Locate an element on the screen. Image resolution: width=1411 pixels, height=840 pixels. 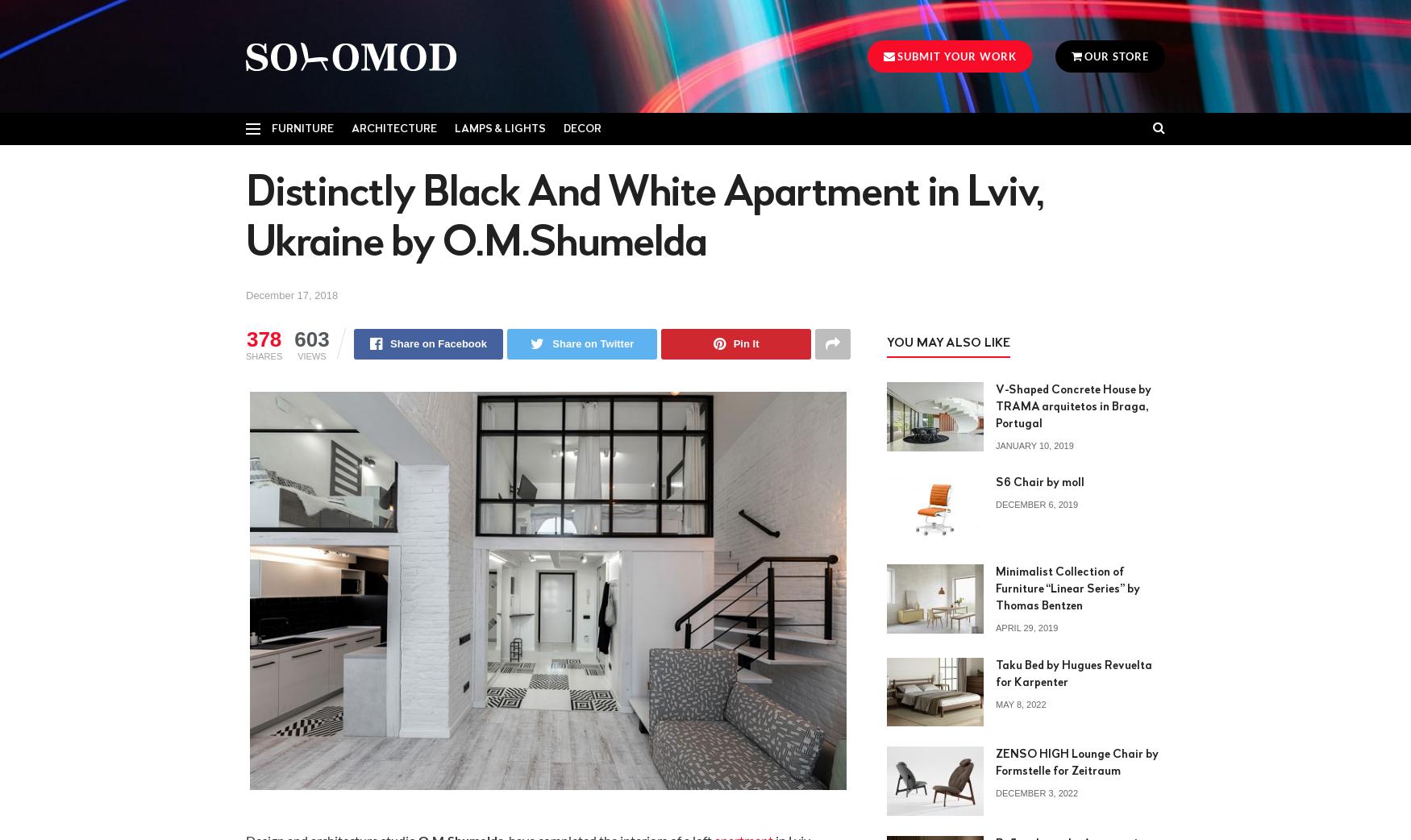
'ZENSO HIGH Lounge Chair by Formstelle for Zeitraum' is located at coordinates (1076, 762).